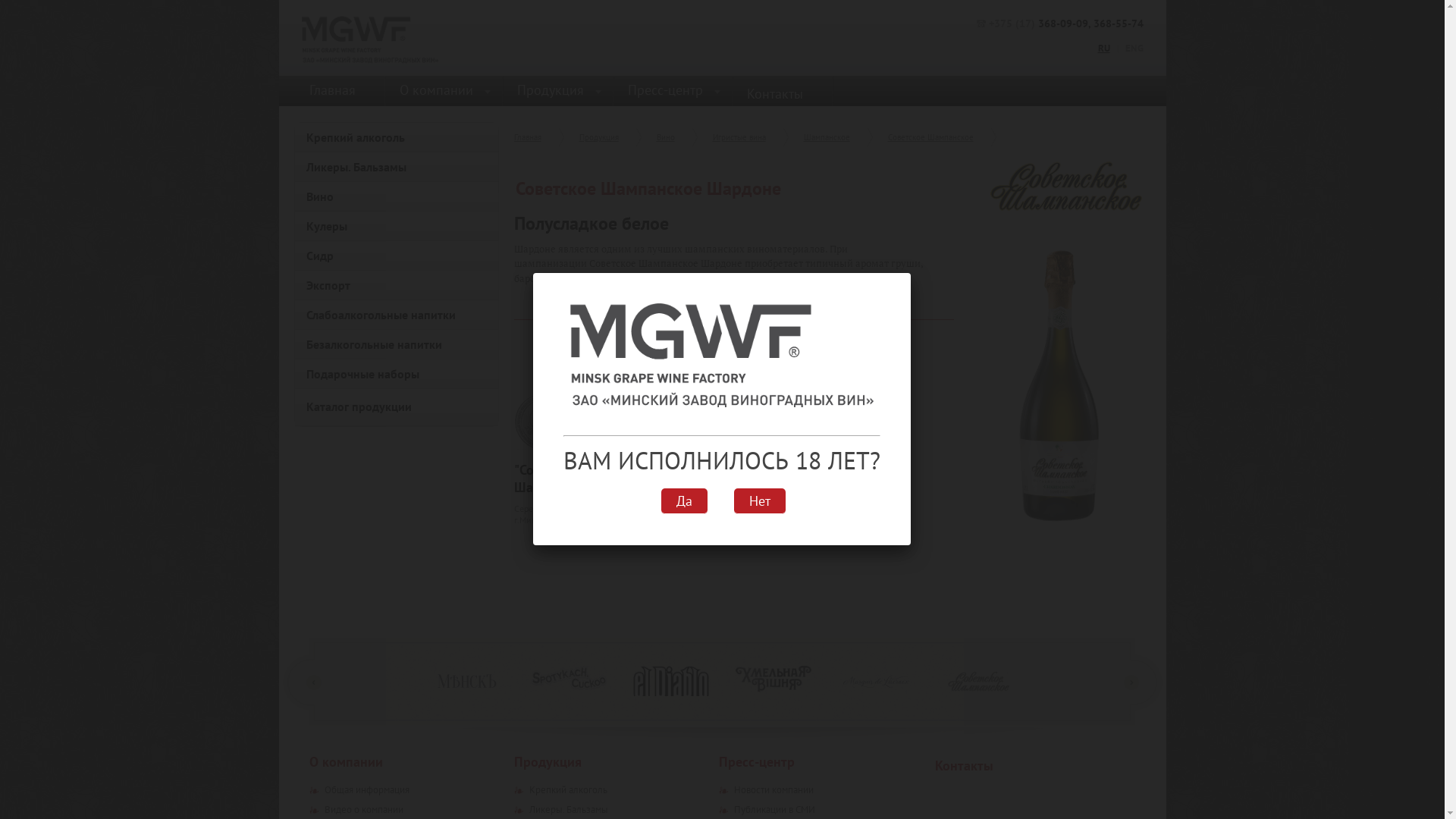  I want to click on 'ENG', so click(1131, 47).